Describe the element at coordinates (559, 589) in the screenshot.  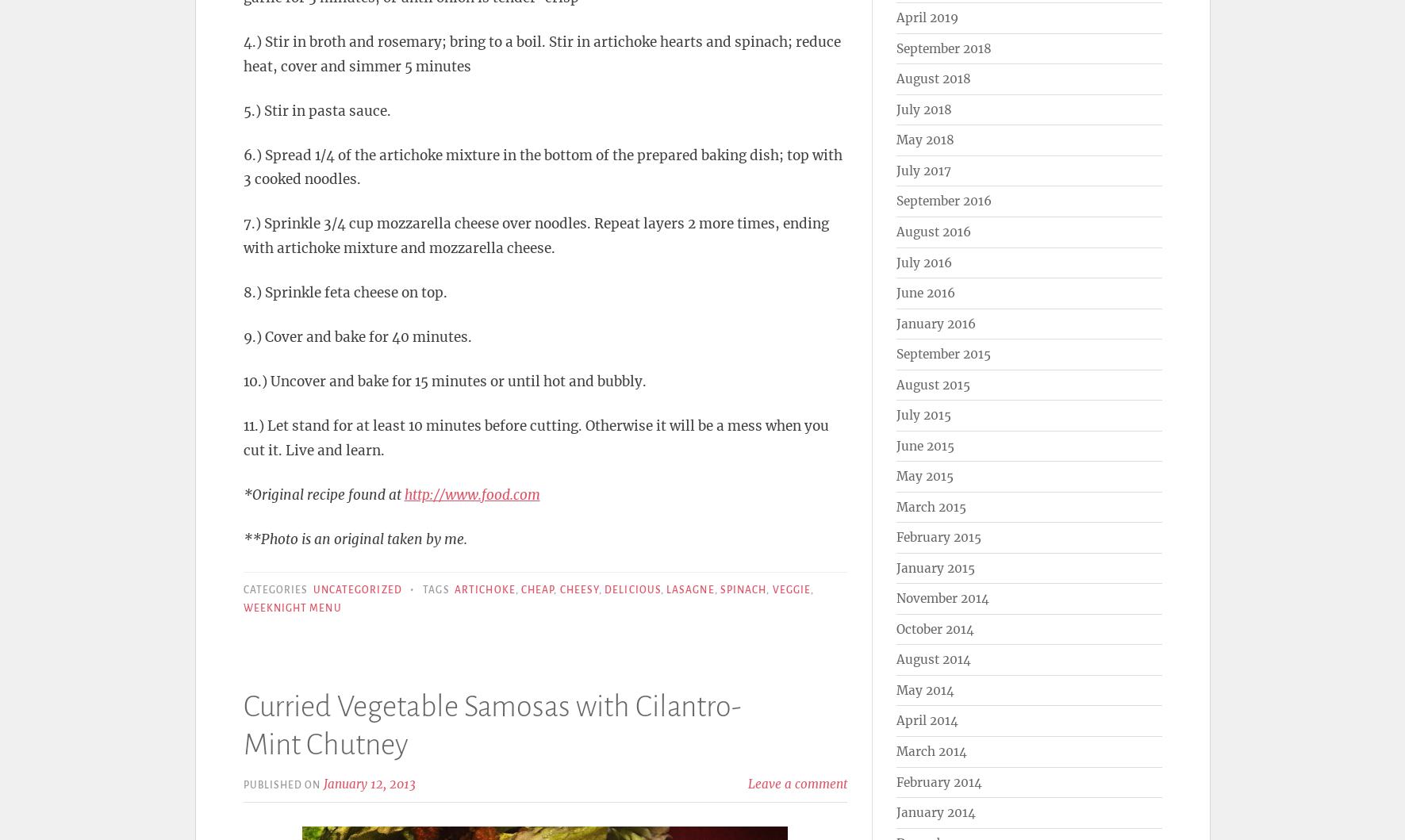
I see `'Cheesy'` at that location.